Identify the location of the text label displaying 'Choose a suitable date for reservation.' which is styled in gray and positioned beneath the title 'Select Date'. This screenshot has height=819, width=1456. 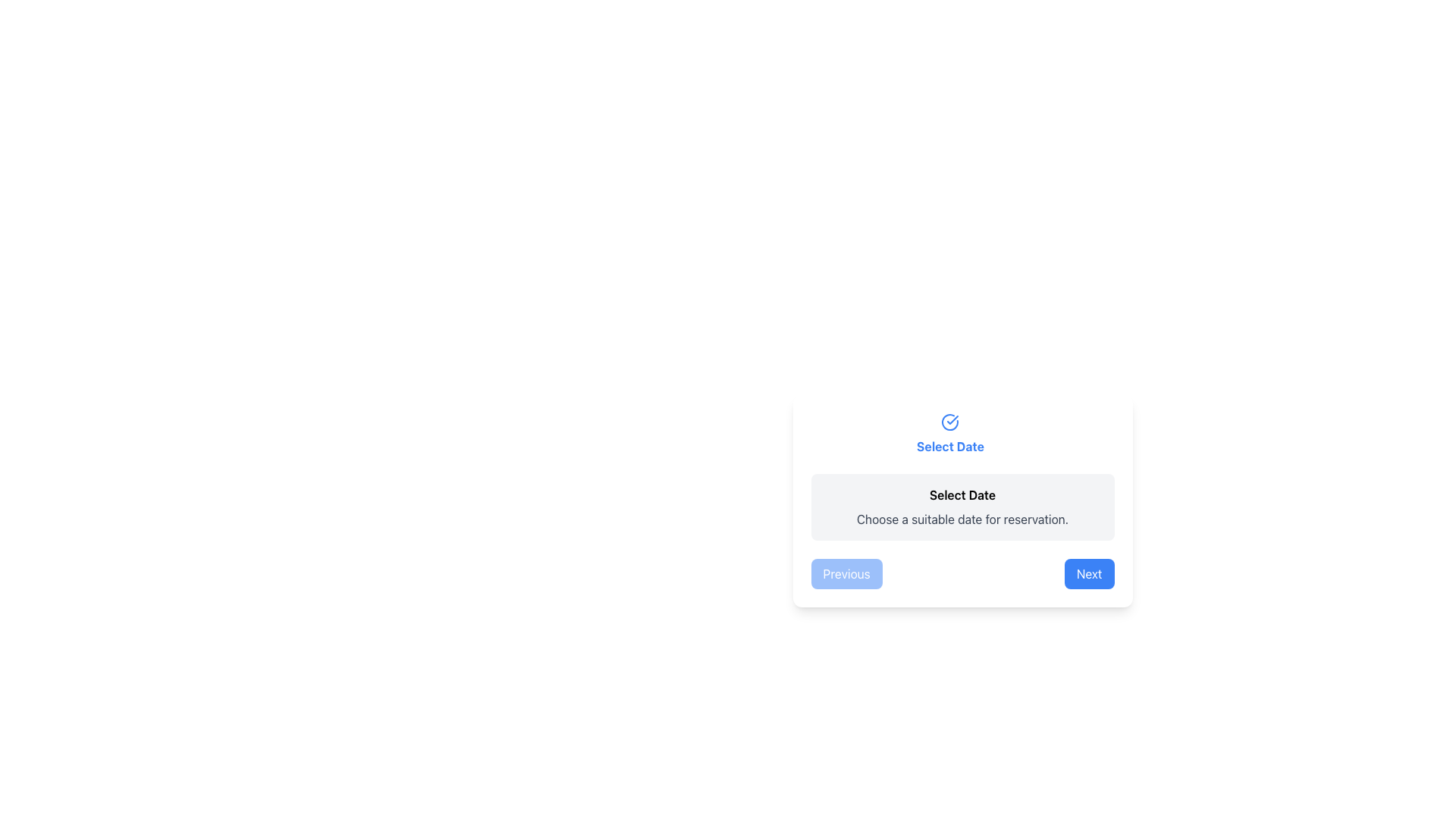
(962, 519).